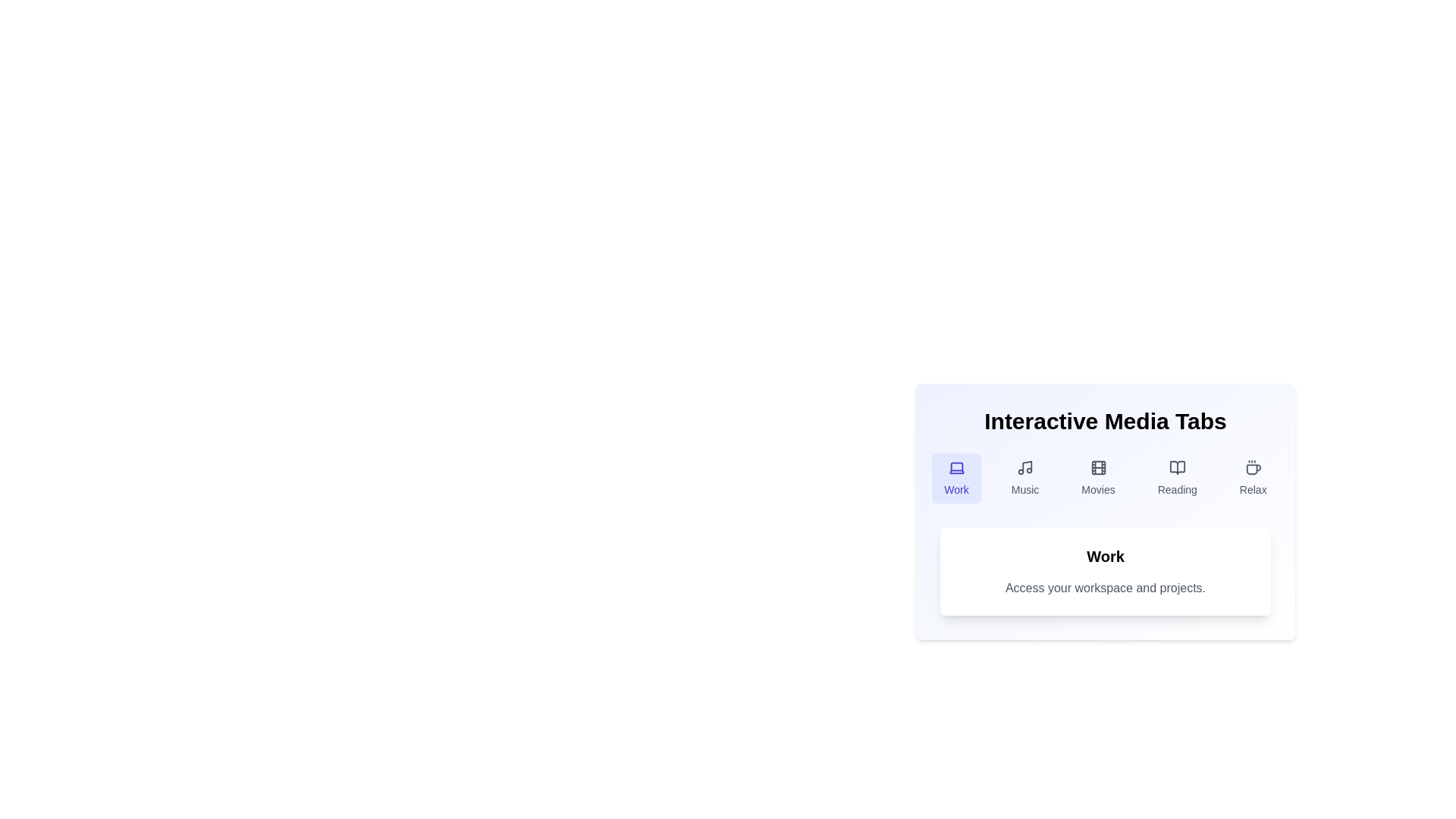 The width and height of the screenshot is (1456, 819). What do you see at coordinates (1098, 479) in the screenshot?
I see `the tab labeled Movies by clicking on it` at bounding box center [1098, 479].